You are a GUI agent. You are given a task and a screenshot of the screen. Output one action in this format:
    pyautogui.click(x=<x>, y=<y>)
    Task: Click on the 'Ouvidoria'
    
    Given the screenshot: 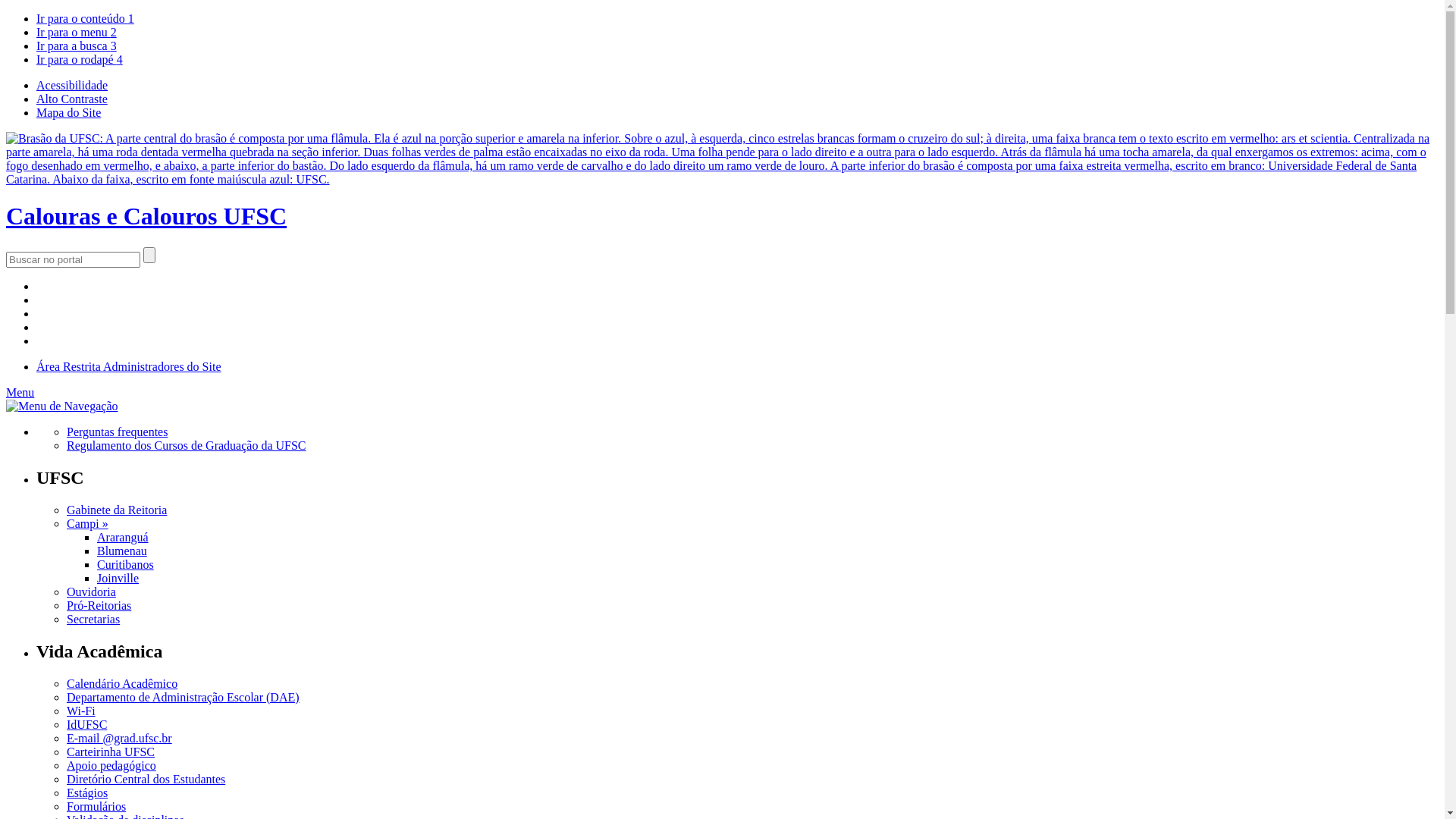 What is the action you would take?
    pyautogui.click(x=90, y=591)
    